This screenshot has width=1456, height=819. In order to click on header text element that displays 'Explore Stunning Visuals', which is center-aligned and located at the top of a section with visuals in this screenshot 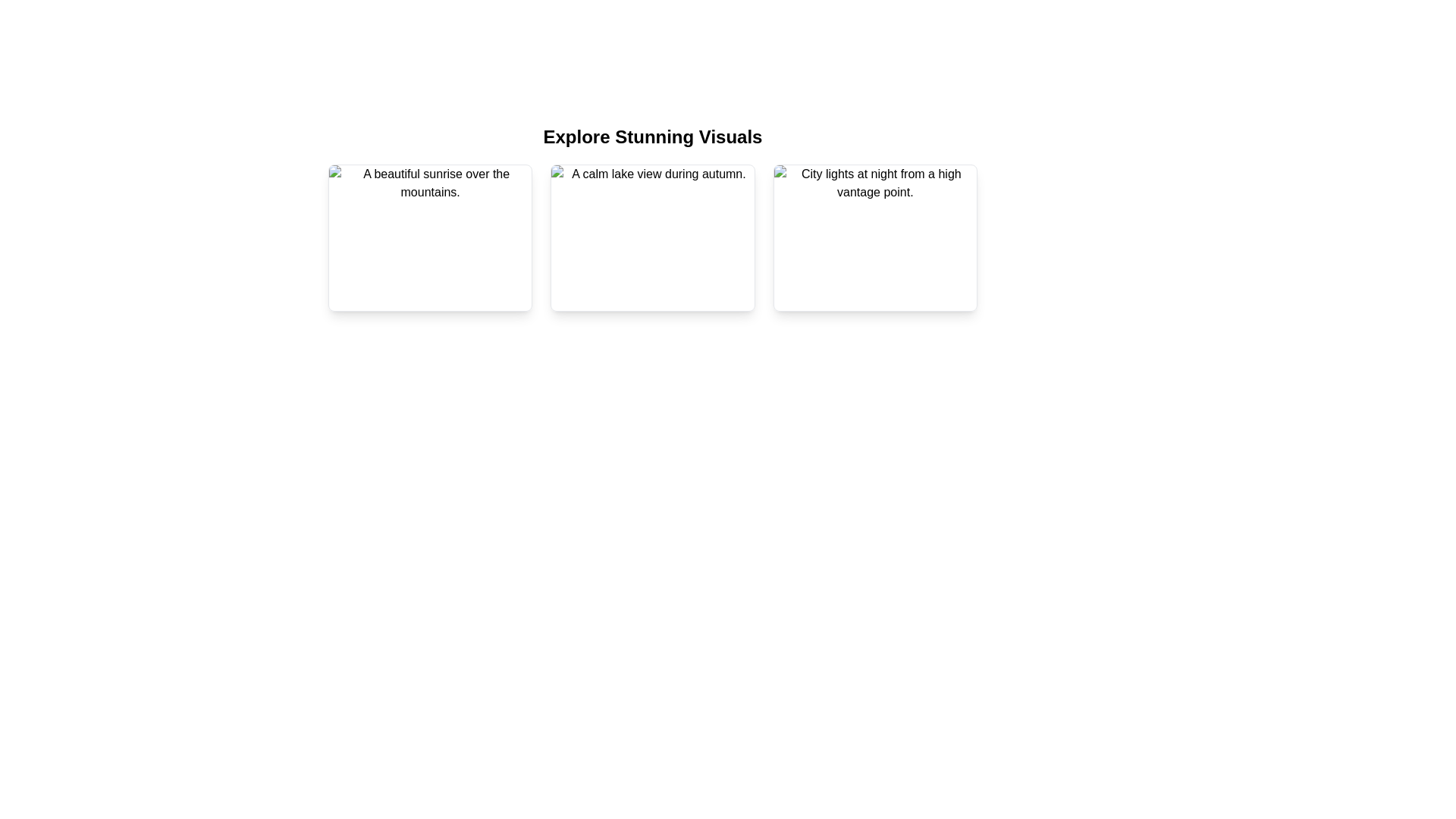, I will do `click(652, 137)`.